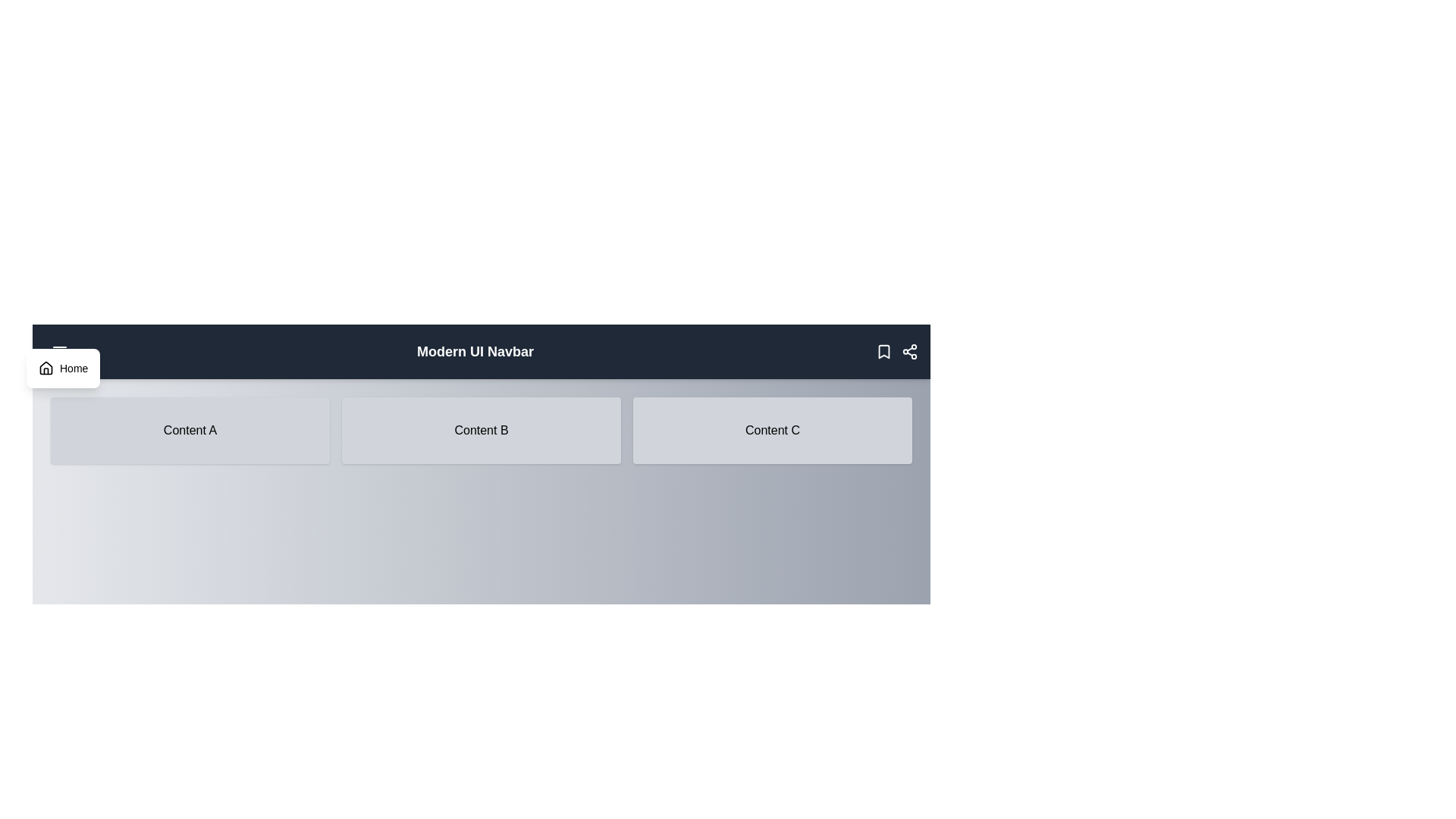  Describe the element at coordinates (772, 430) in the screenshot. I see `the 'Content C' box` at that location.